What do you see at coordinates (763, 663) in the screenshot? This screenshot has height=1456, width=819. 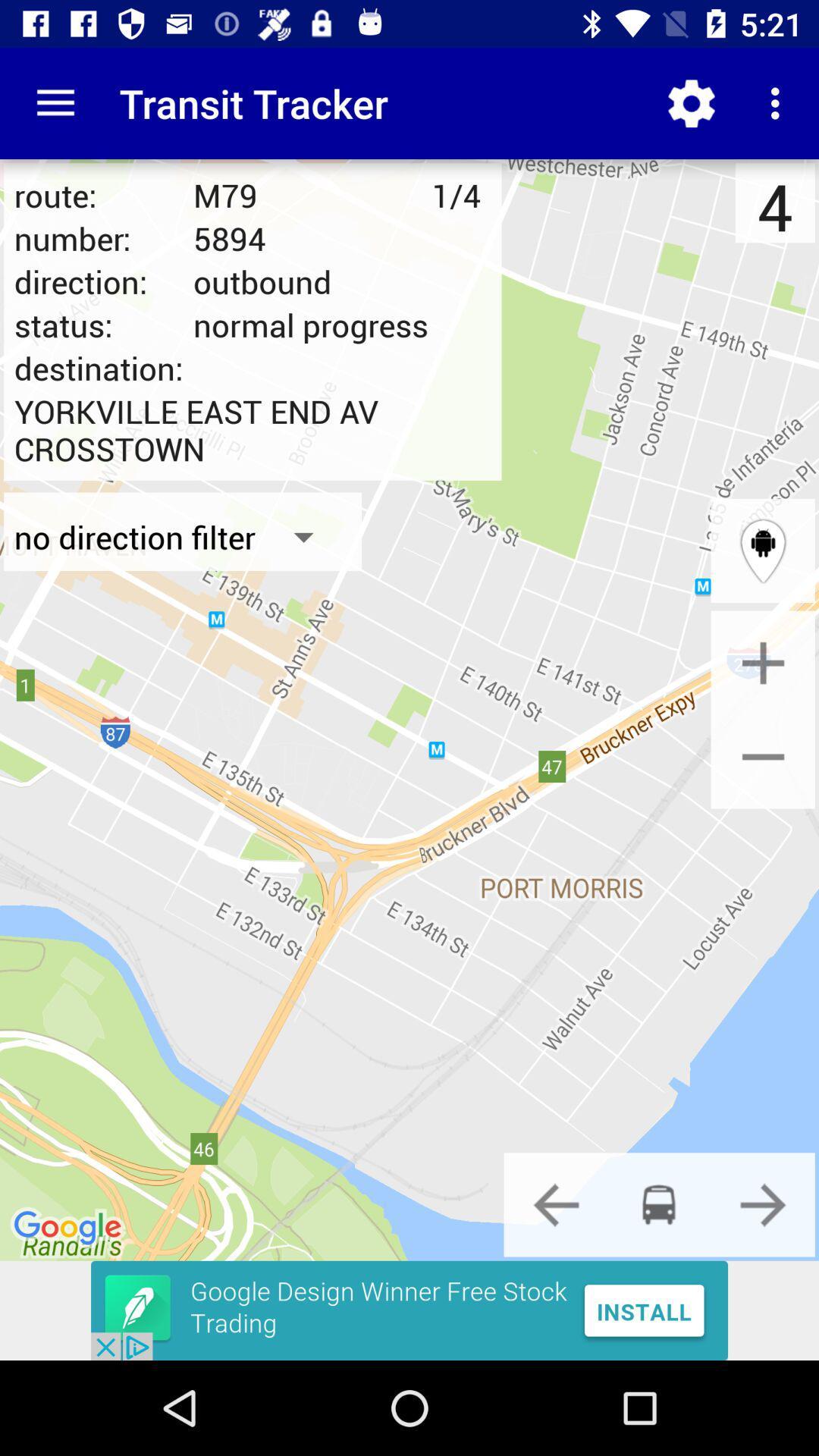 I see `zoom in` at bounding box center [763, 663].